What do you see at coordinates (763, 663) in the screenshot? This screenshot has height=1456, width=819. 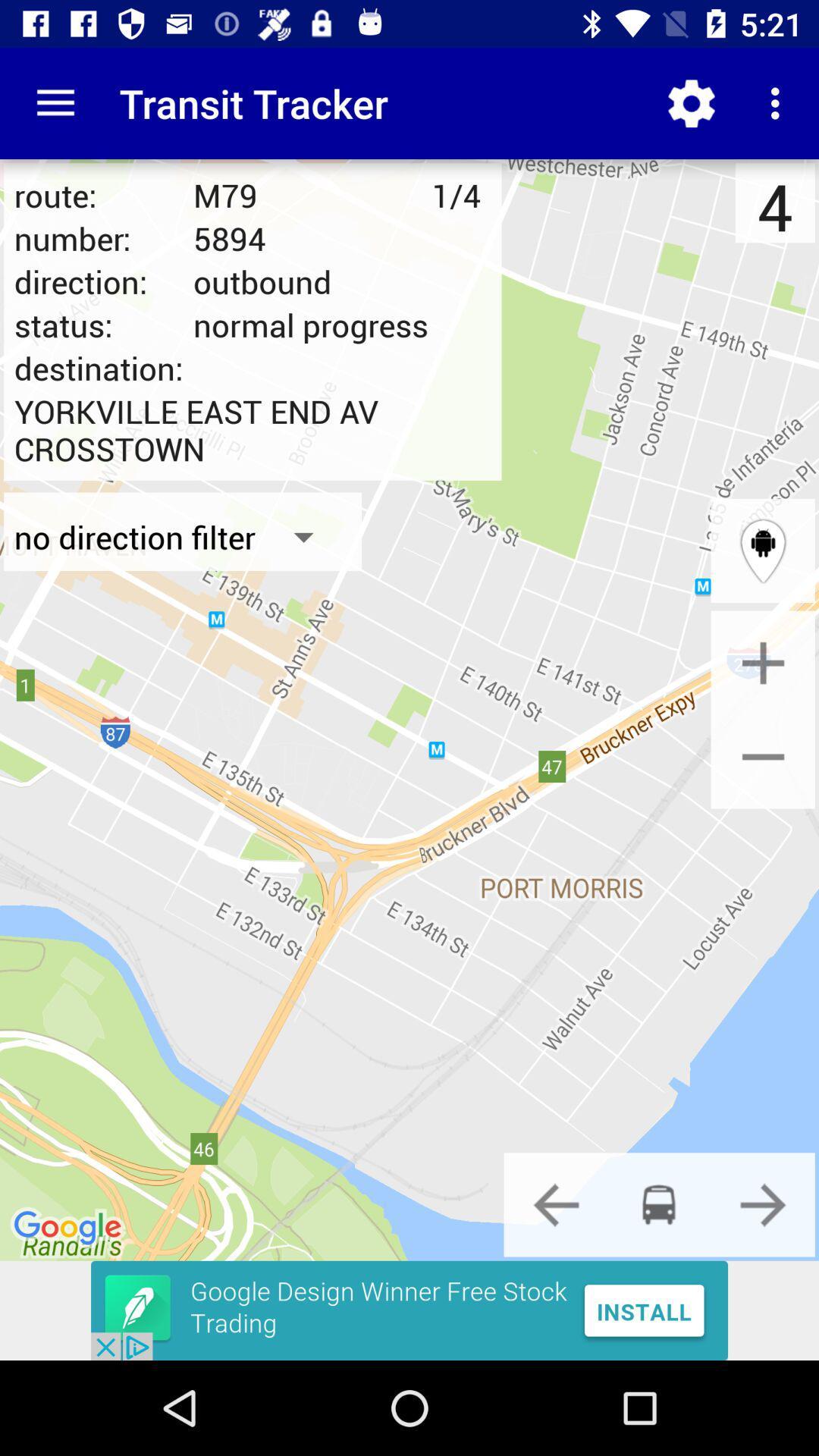 I see `zoom in` at bounding box center [763, 663].